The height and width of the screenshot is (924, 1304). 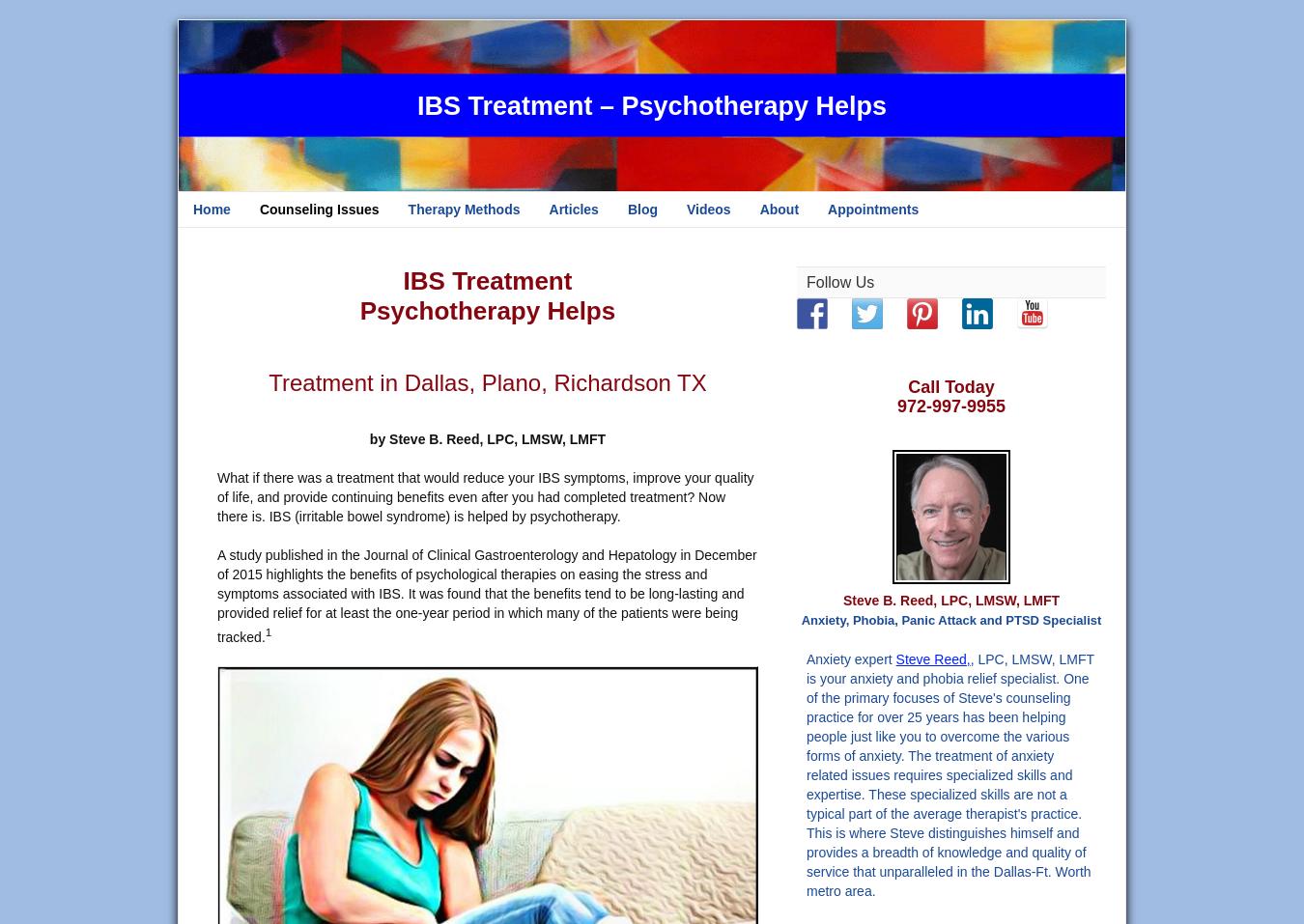 I want to click on 'Psychotherapy Helps', so click(x=486, y=311).